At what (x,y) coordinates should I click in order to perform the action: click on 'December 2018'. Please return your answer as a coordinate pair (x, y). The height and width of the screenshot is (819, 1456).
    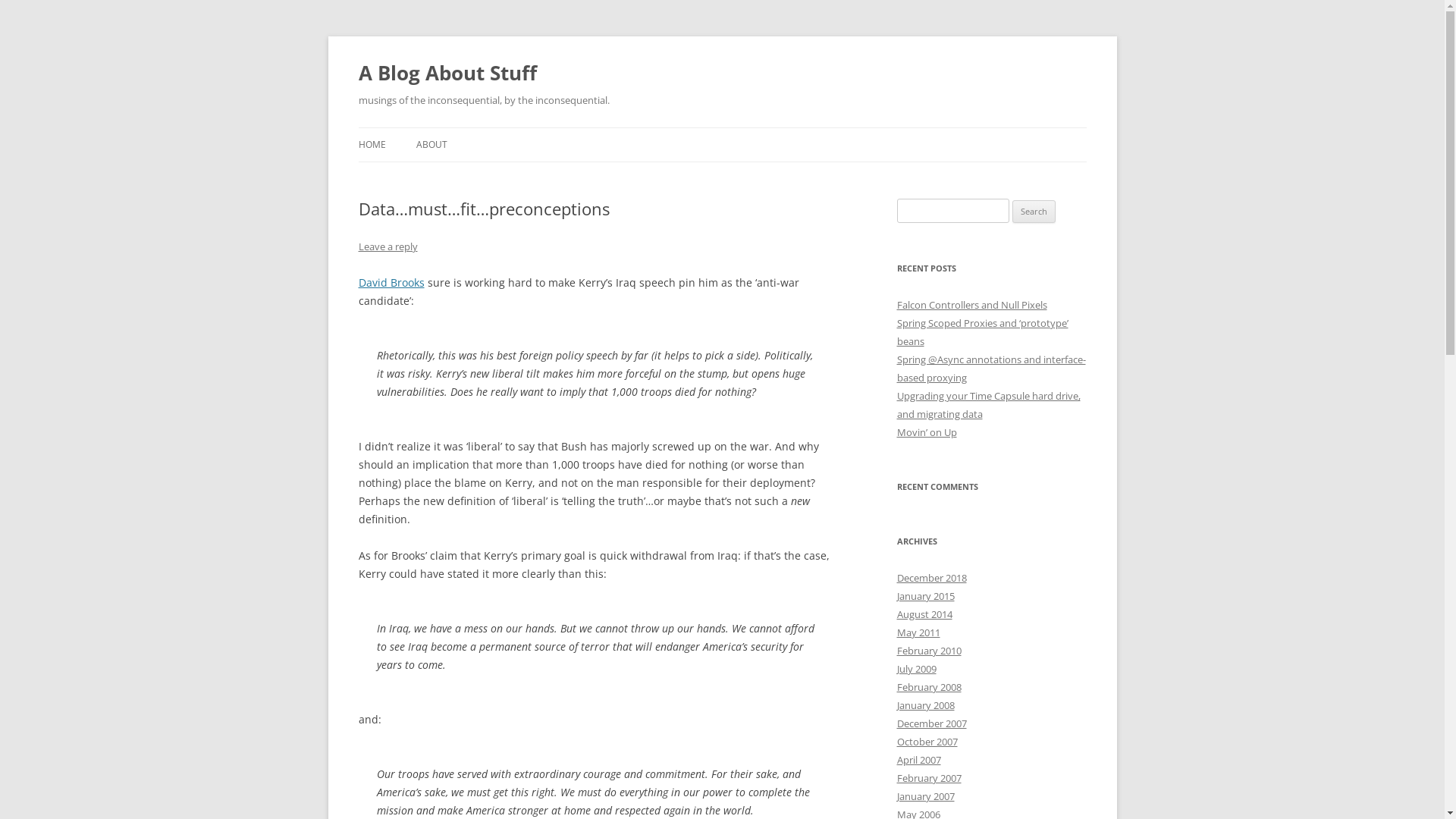
    Looking at the image, I should click on (930, 578).